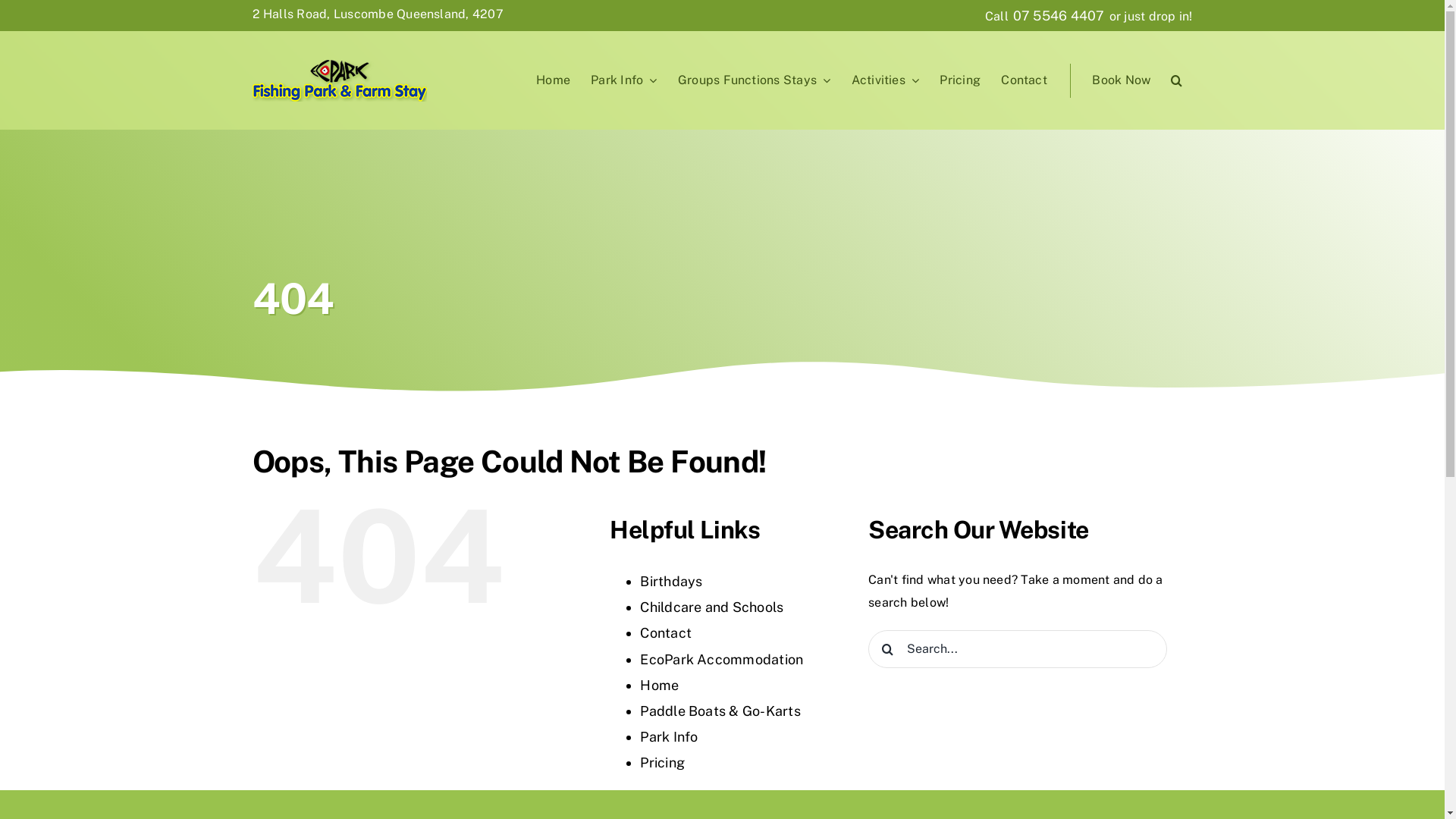  I want to click on 'Paddle Boats & Go-Karts', so click(720, 711).